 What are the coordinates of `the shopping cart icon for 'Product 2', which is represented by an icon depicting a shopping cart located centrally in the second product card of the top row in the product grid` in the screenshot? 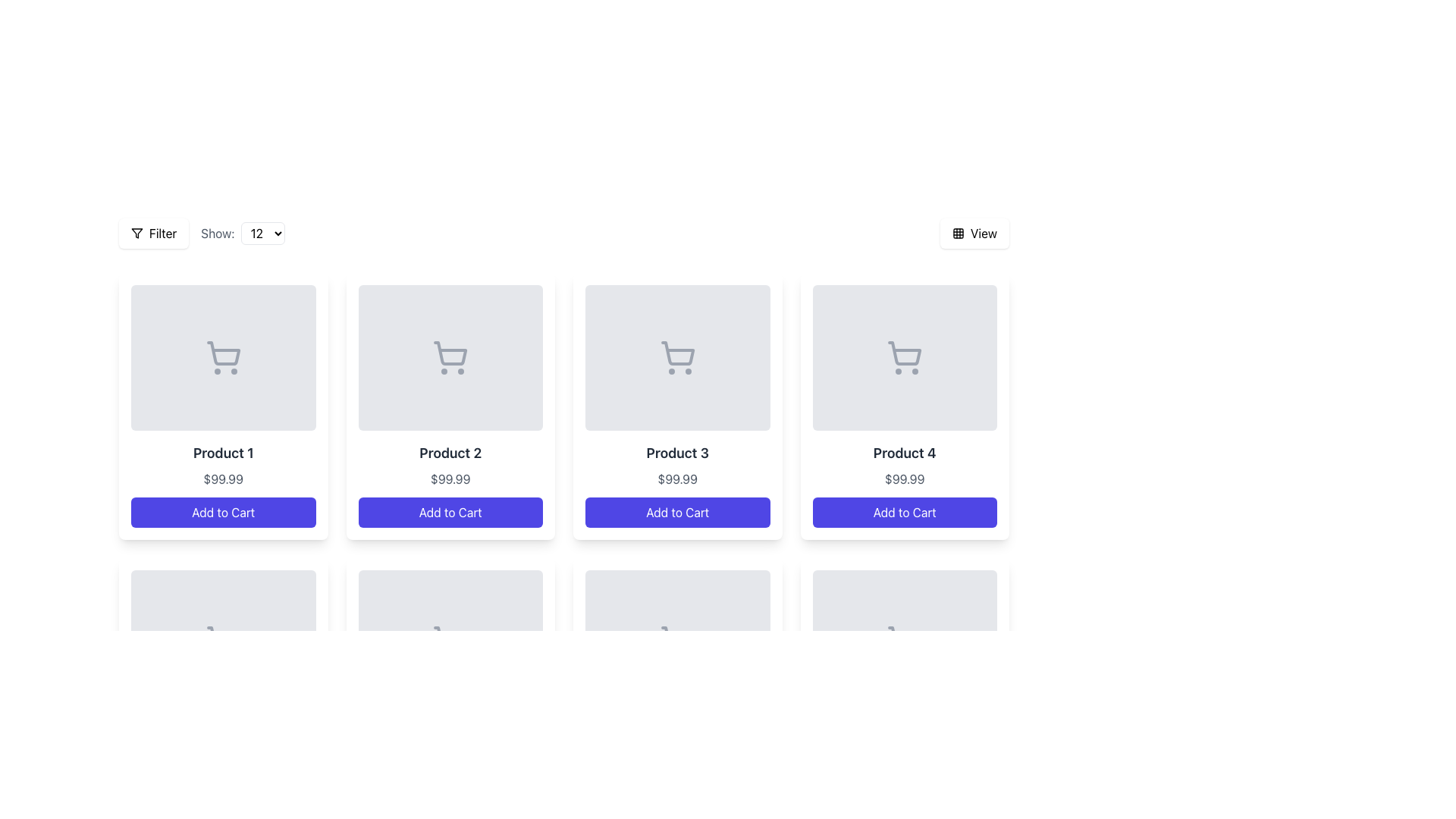 It's located at (450, 353).